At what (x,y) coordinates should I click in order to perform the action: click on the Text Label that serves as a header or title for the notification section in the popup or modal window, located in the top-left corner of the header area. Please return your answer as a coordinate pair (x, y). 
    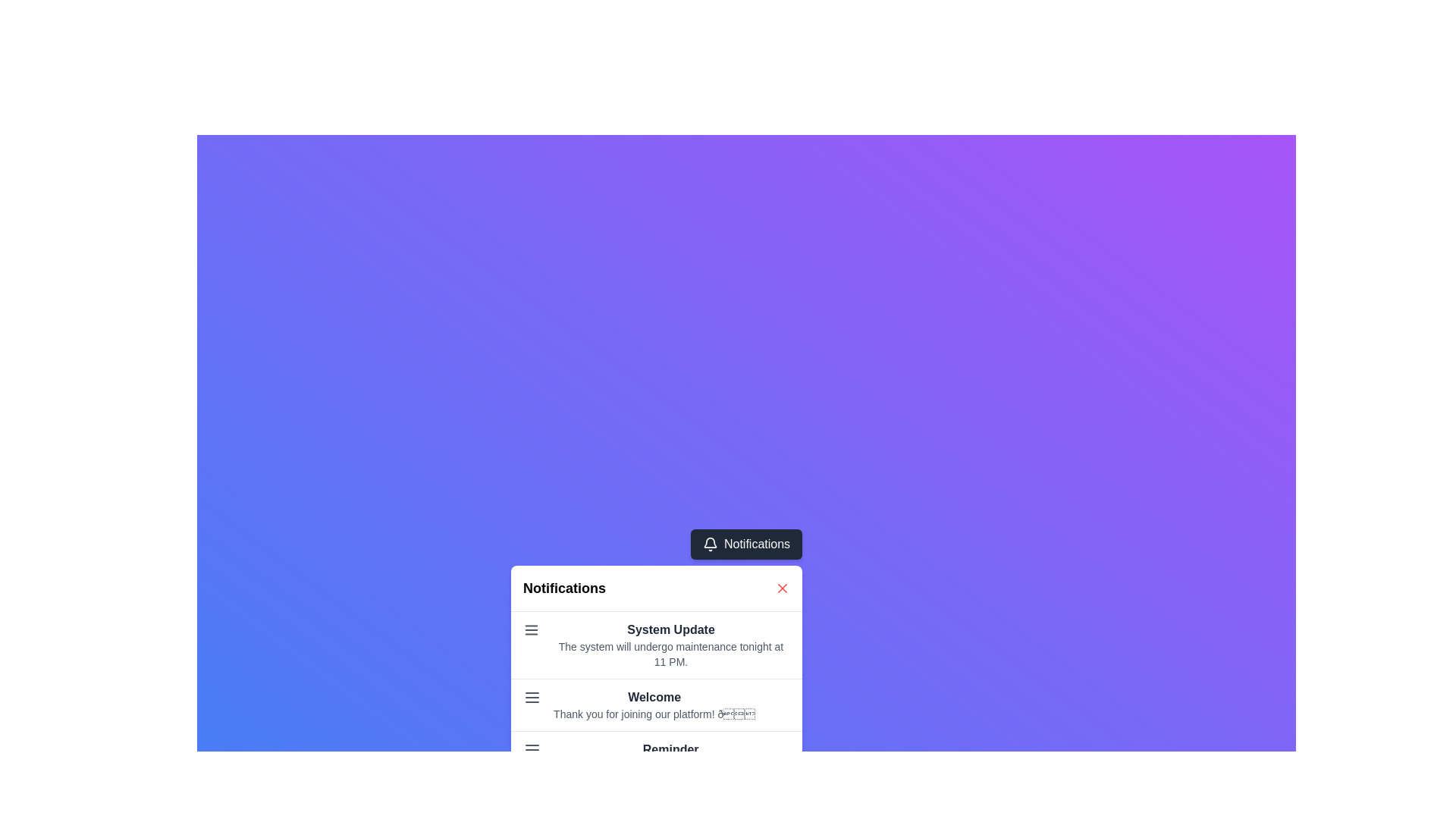
    Looking at the image, I should click on (563, 587).